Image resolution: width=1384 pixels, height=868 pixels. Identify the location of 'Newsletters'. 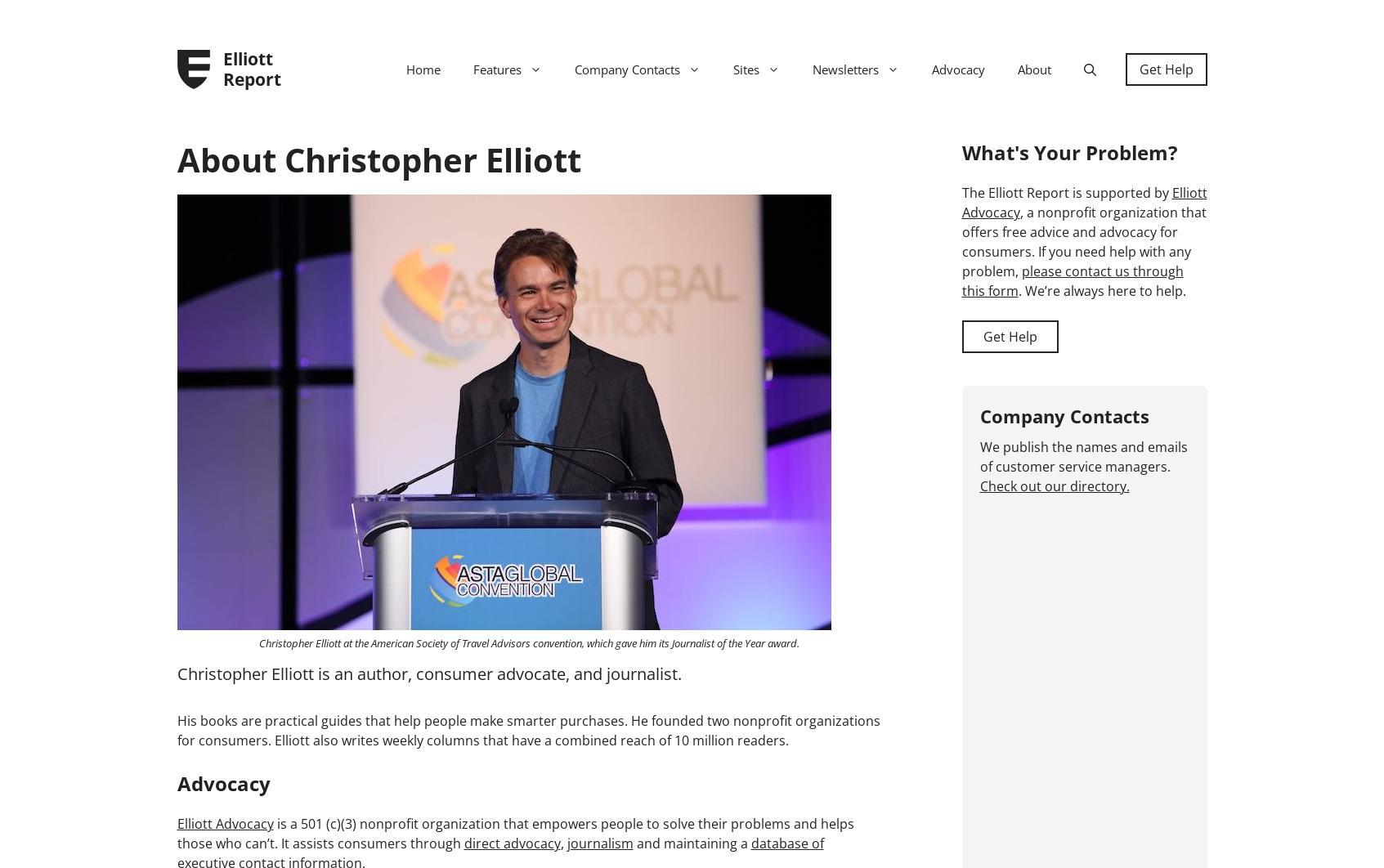
(844, 69).